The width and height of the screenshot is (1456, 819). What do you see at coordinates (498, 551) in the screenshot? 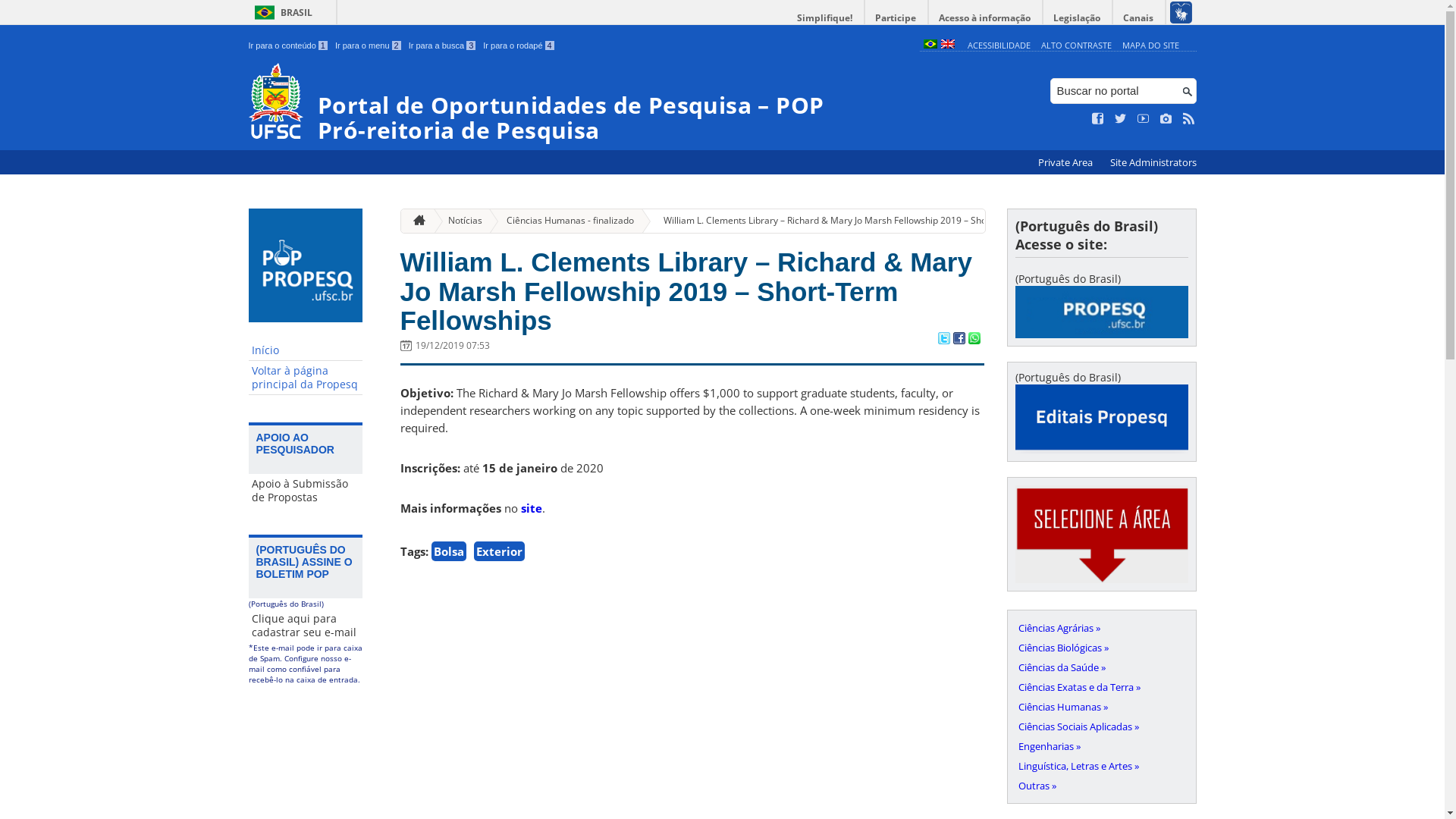
I see `'Exterior'` at bounding box center [498, 551].